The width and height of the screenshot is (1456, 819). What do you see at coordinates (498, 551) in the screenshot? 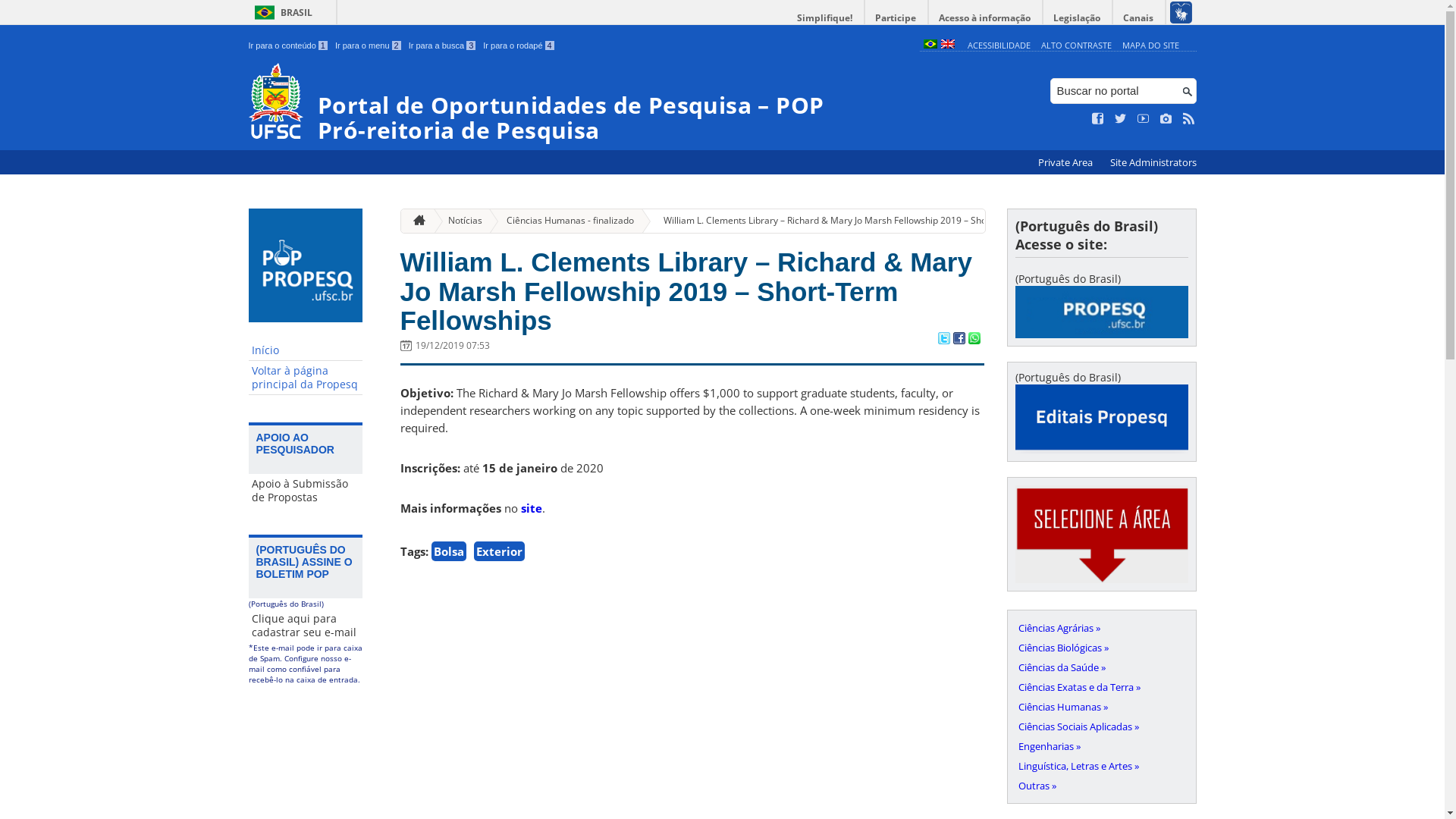
I see `'Exterior'` at bounding box center [498, 551].